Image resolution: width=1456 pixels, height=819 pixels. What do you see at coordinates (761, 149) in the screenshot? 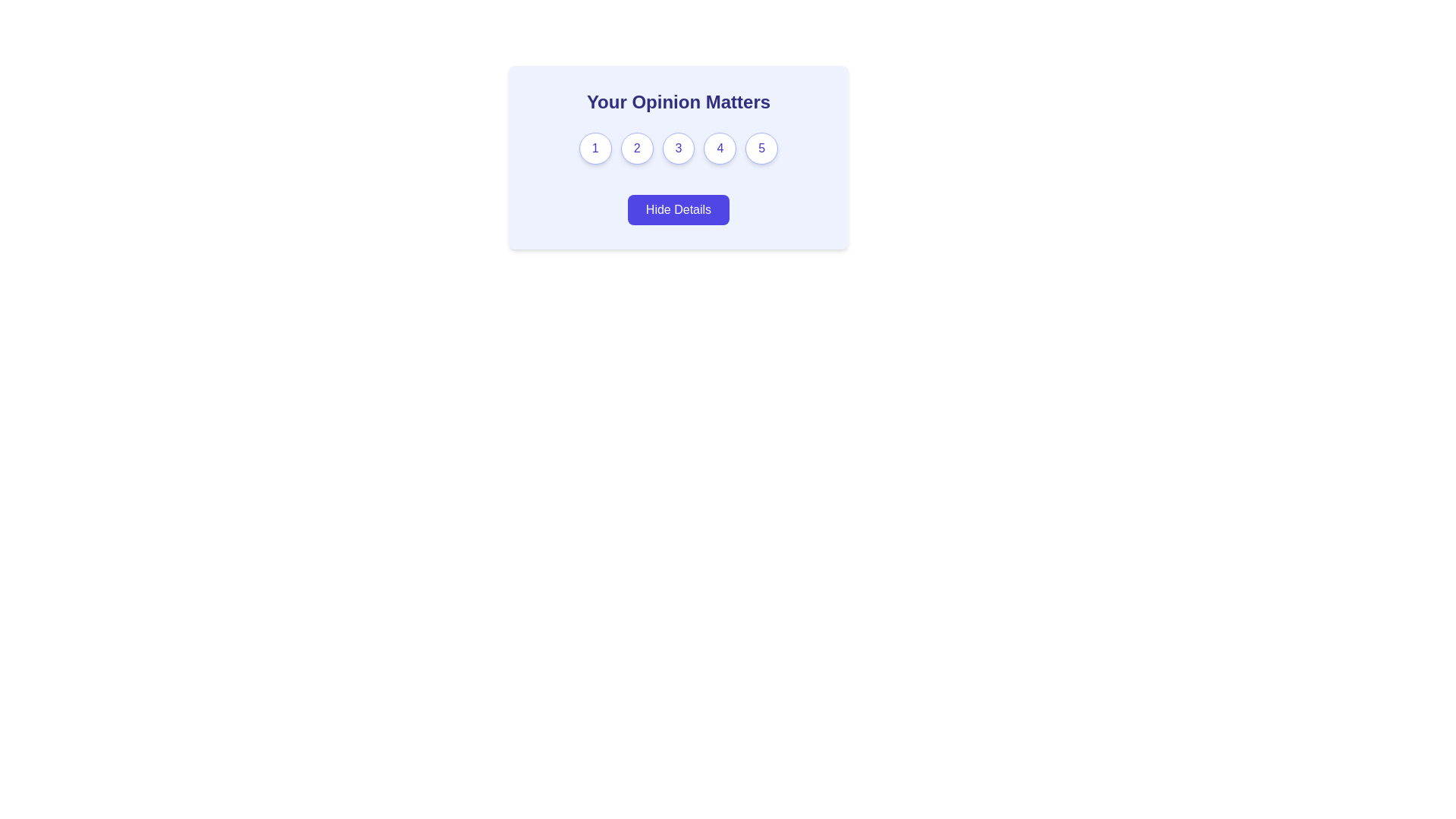
I see `keyboard navigation` at bounding box center [761, 149].